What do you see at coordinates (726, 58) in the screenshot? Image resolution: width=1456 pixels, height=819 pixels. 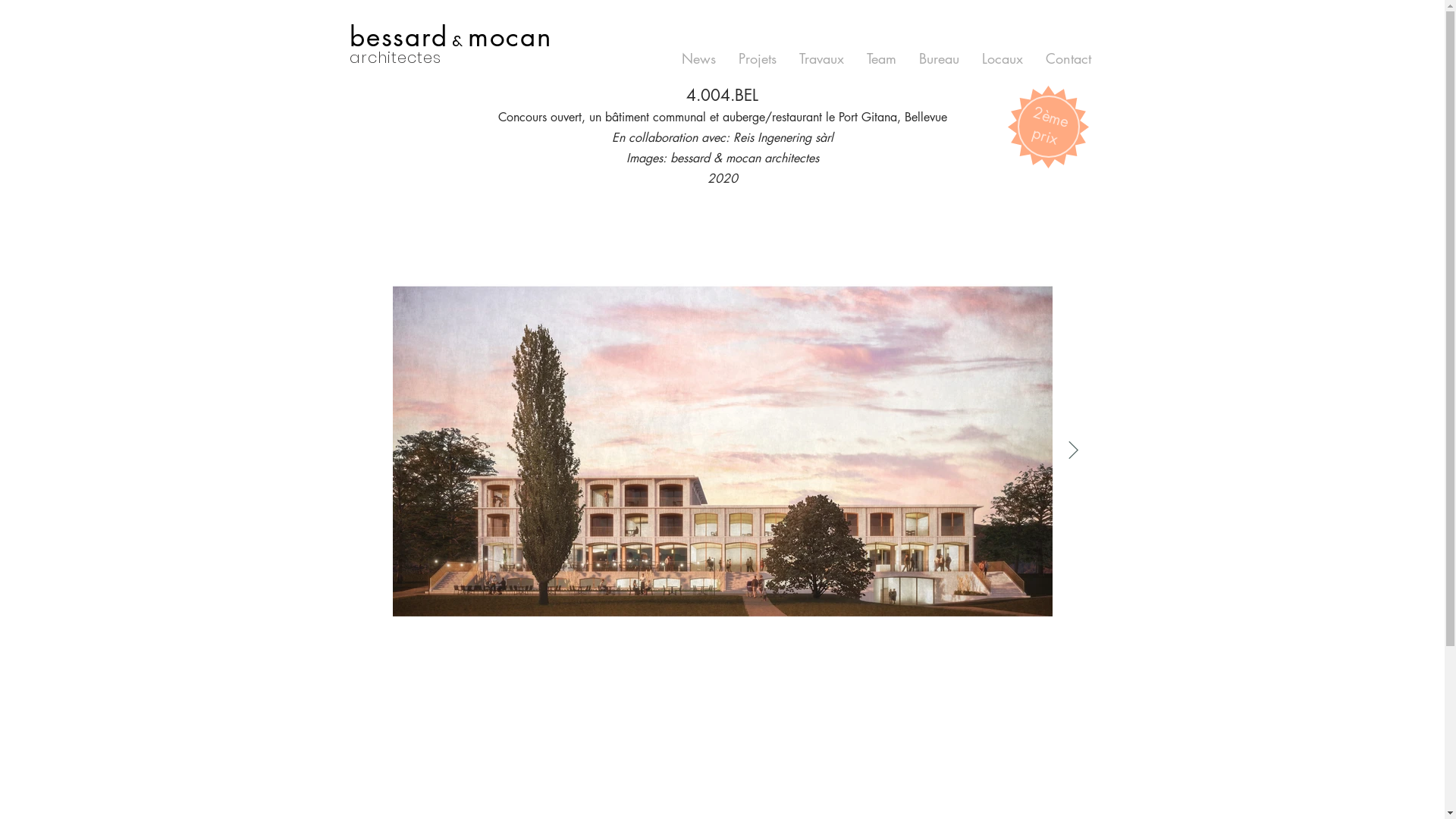 I see `'Projets'` at bounding box center [726, 58].